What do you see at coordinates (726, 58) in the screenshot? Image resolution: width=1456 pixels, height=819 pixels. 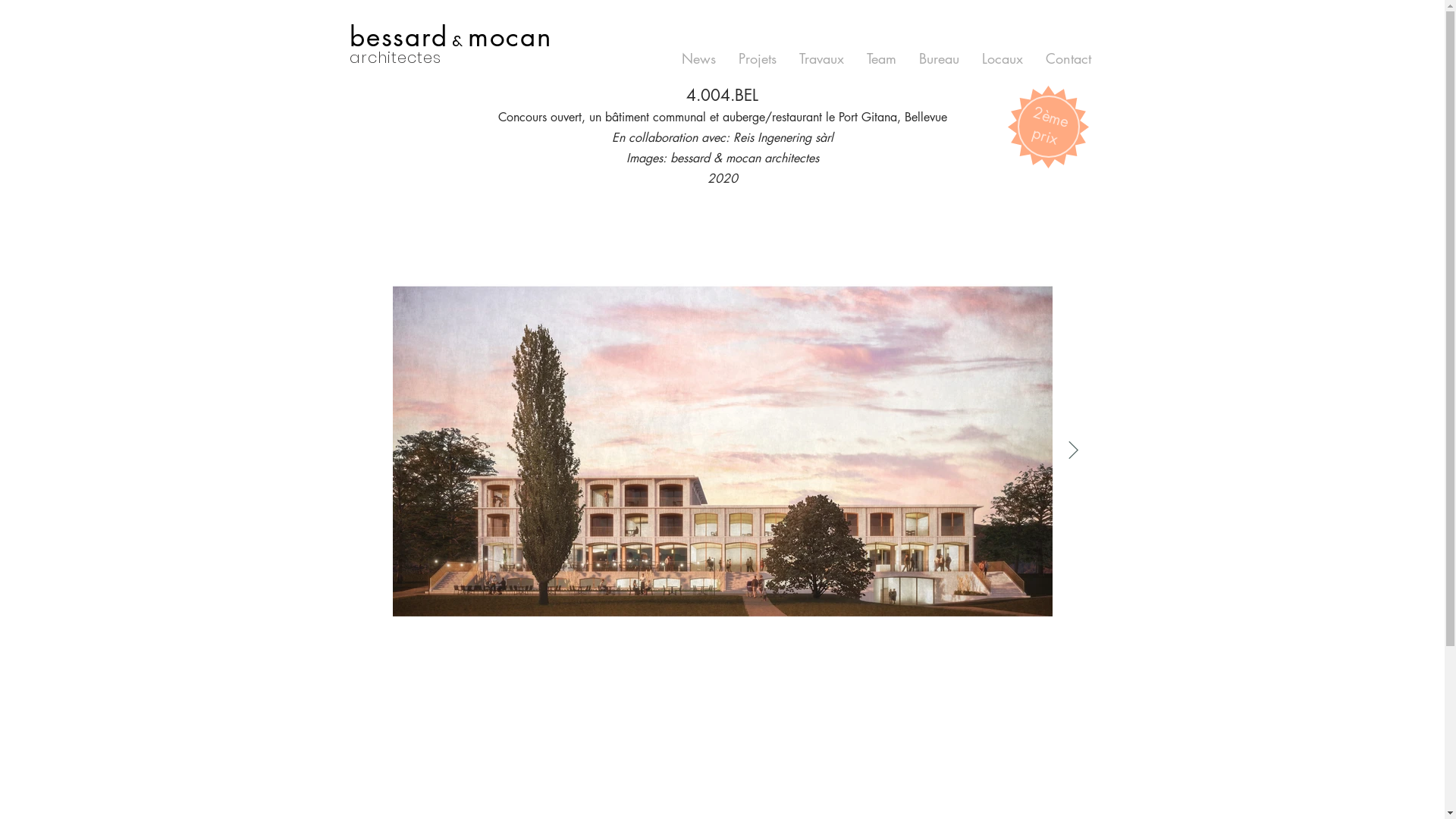 I see `'Projets'` at bounding box center [726, 58].